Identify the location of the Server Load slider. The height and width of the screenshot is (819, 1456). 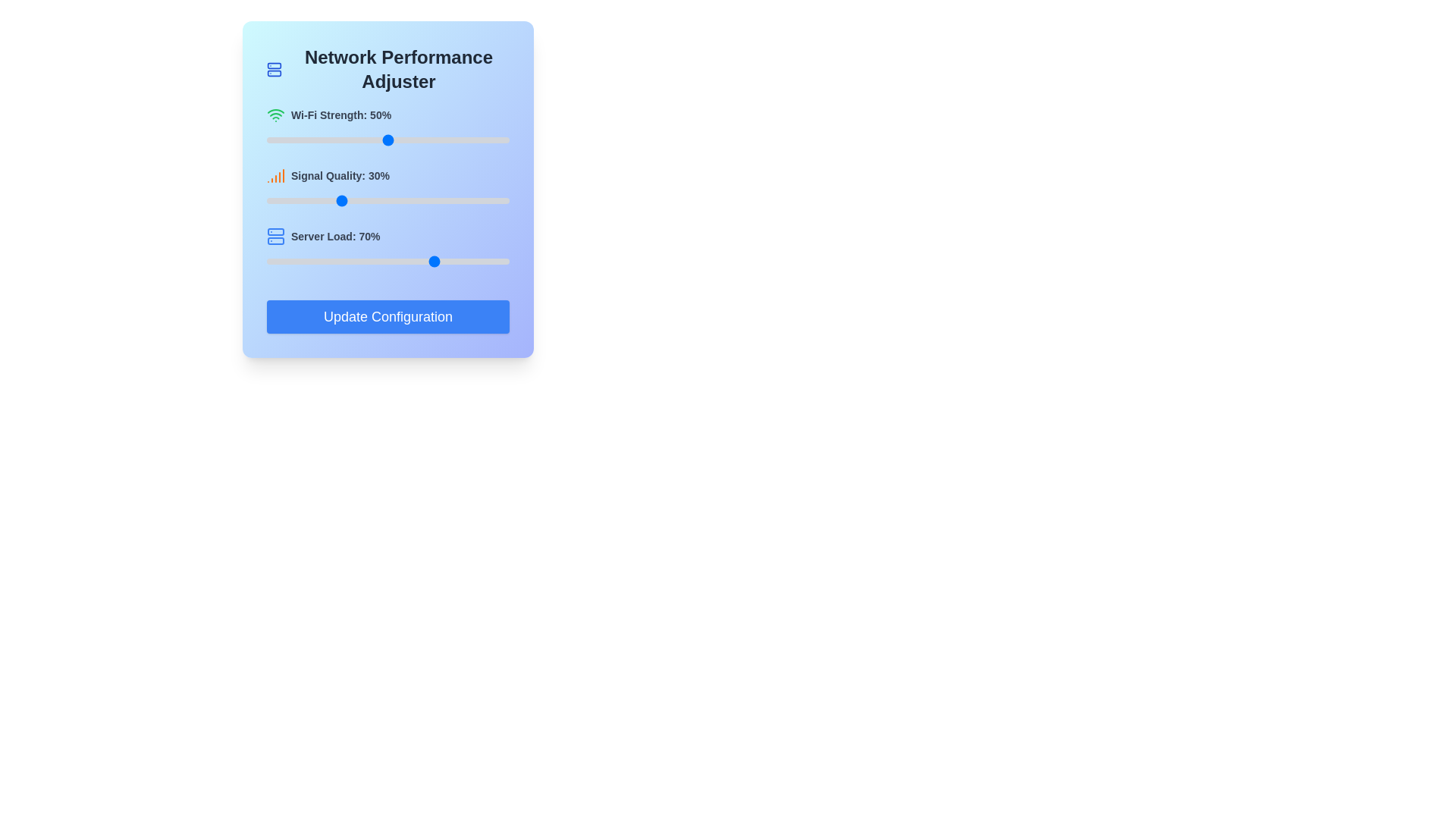
(348, 260).